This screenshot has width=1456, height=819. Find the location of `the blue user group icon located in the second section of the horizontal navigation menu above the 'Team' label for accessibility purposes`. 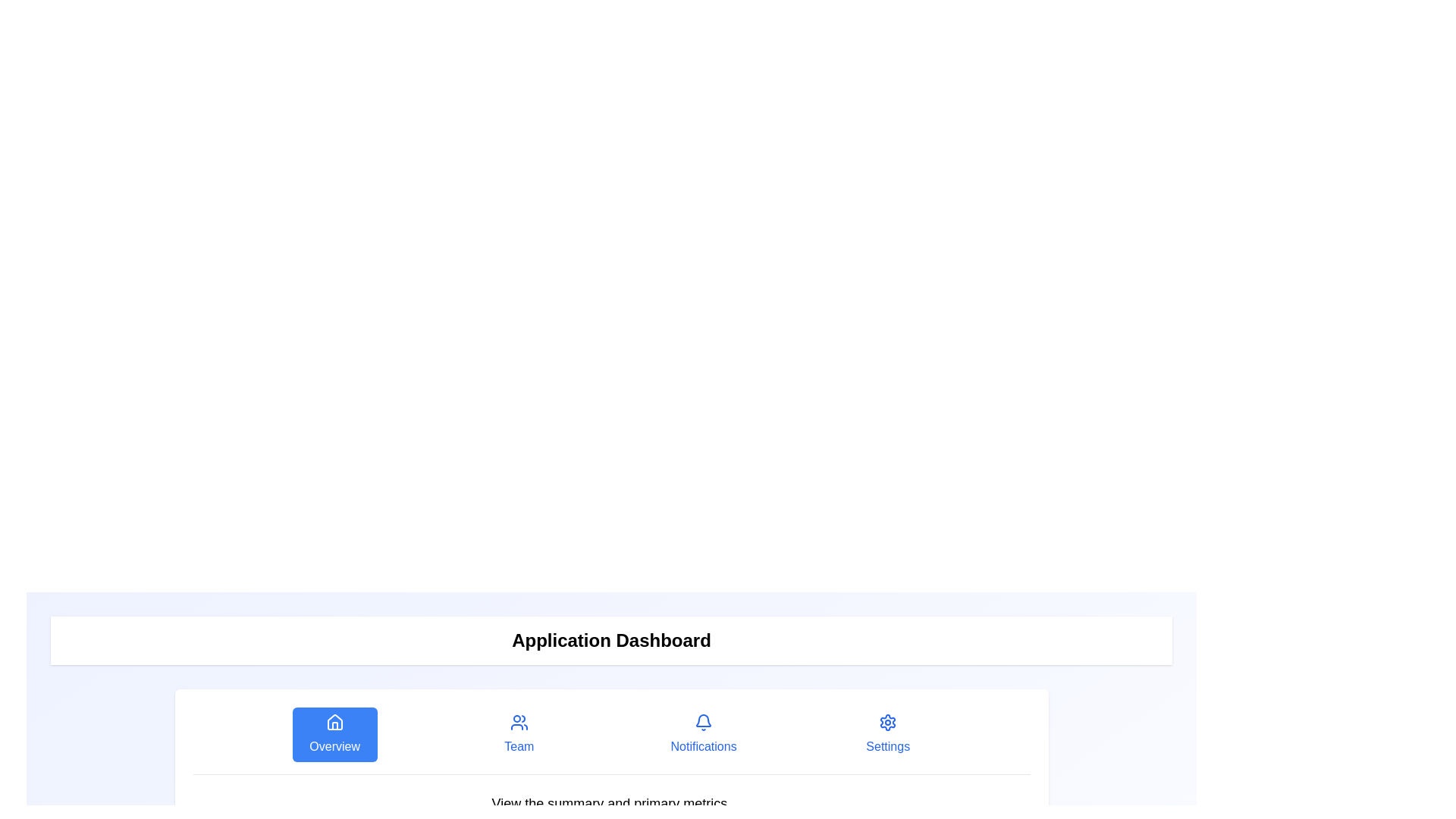

the blue user group icon located in the second section of the horizontal navigation menu above the 'Team' label for accessibility purposes is located at coordinates (519, 721).